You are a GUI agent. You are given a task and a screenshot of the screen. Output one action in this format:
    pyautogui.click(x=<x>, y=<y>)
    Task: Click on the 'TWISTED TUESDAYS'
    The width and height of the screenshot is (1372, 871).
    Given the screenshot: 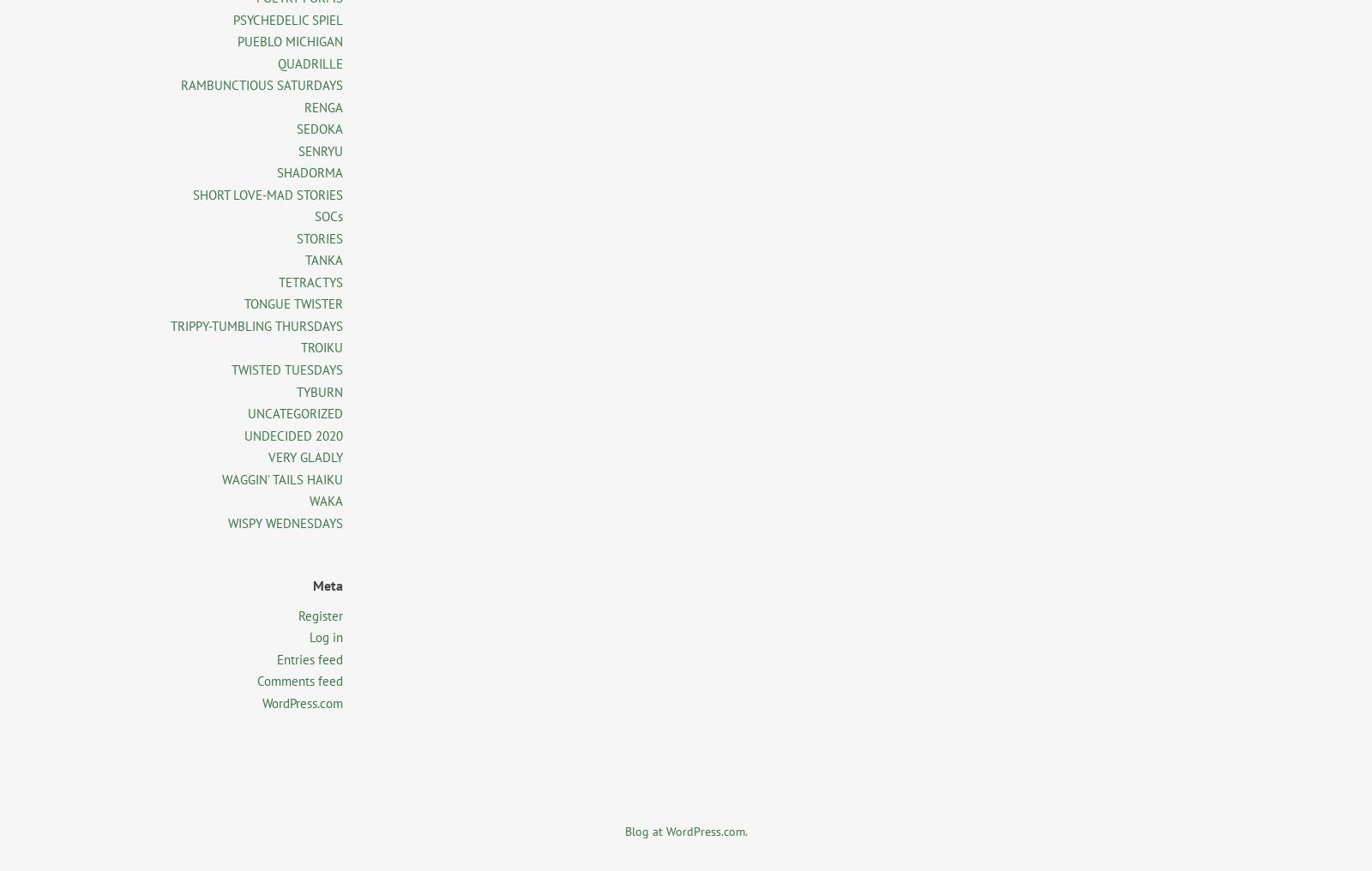 What is the action you would take?
    pyautogui.click(x=232, y=369)
    